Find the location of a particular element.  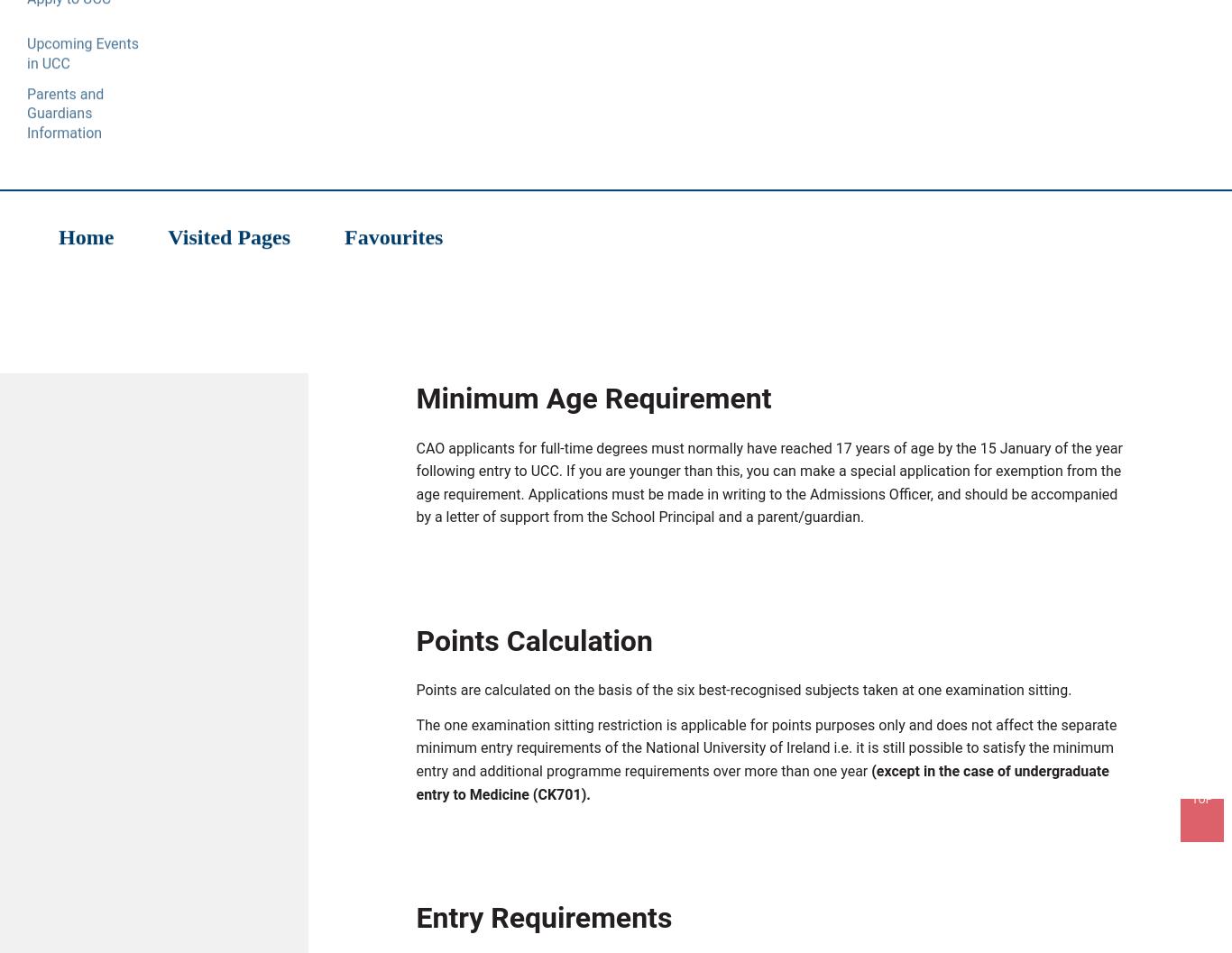

'Points are calculated on the basis of the six best-recognised subjects taken at one examination sitting.' is located at coordinates (742, 694).